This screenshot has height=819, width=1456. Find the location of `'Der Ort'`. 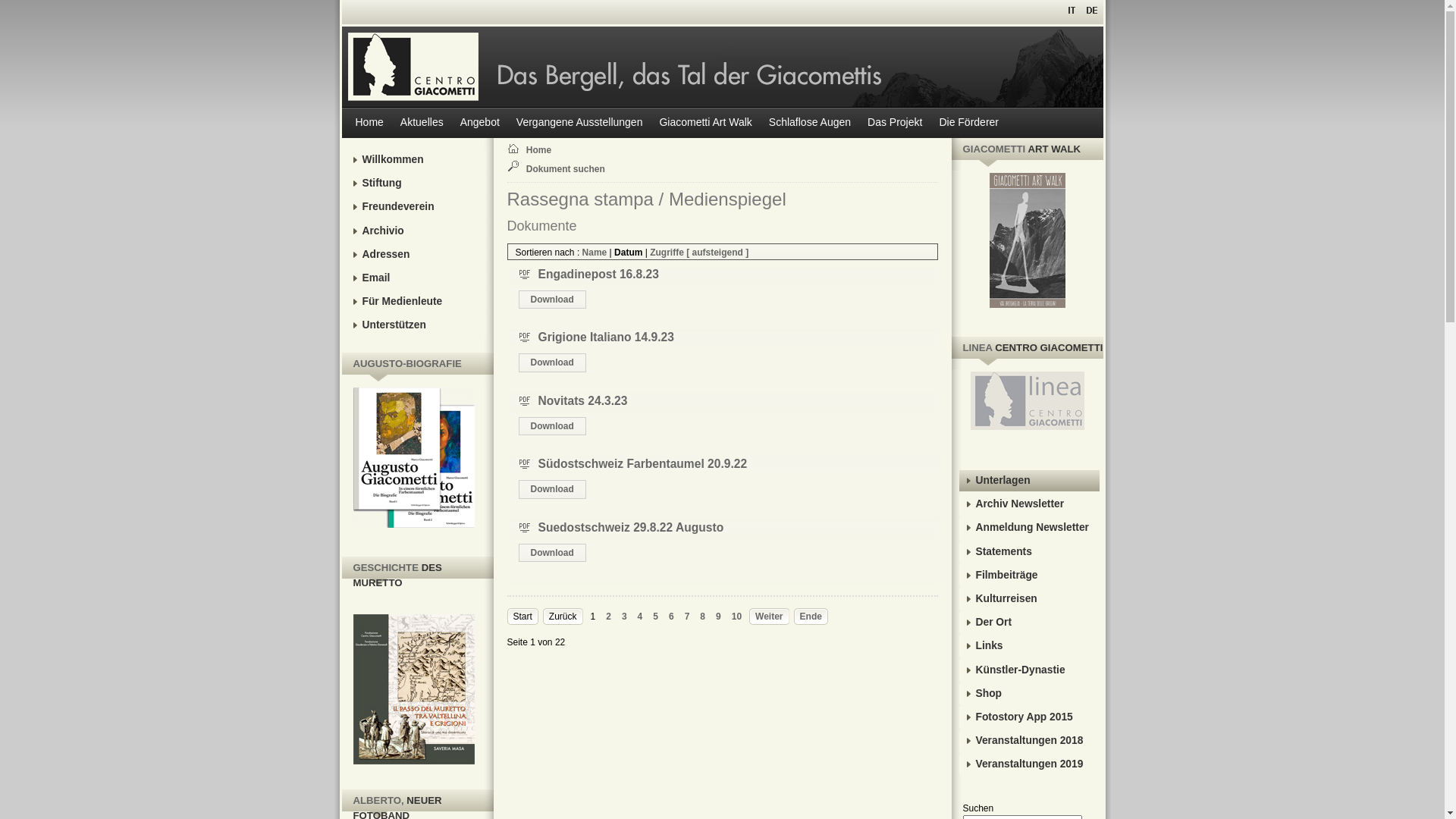

'Der Ort' is located at coordinates (1028, 623).